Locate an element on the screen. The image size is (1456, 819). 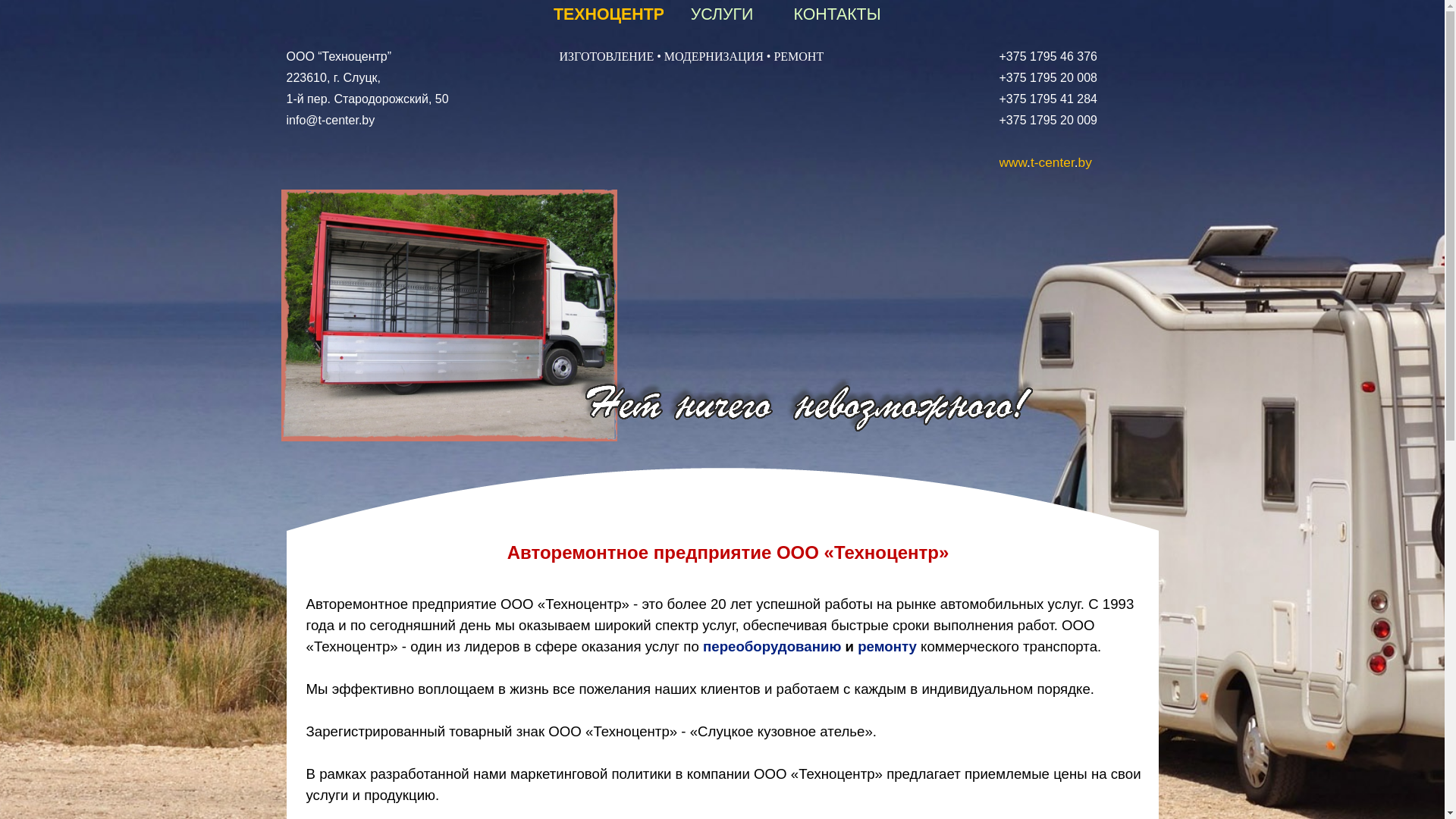
'www.t-center.by' is located at coordinates (999, 162).